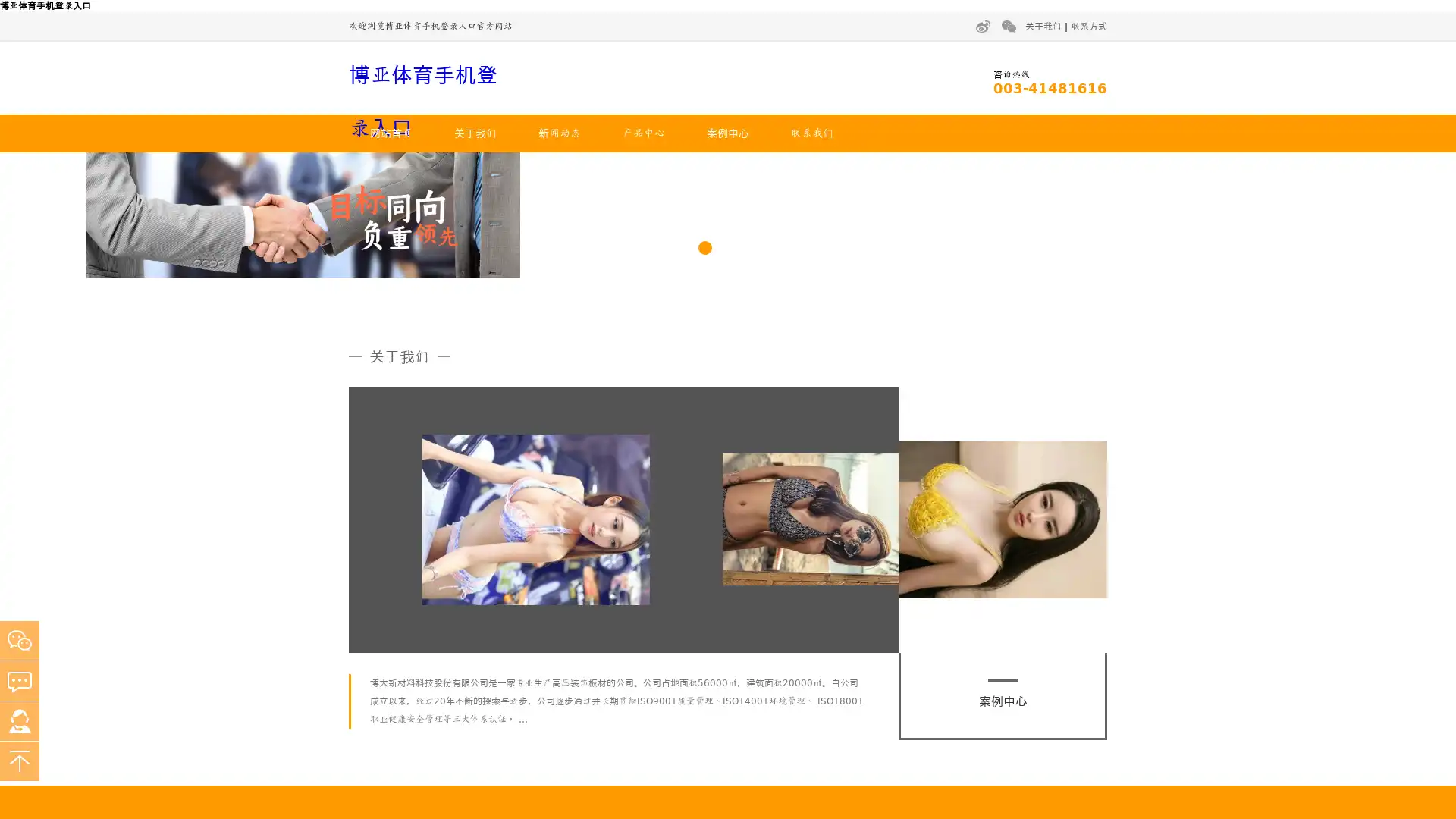  I want to click on 2, so click(728, 422).